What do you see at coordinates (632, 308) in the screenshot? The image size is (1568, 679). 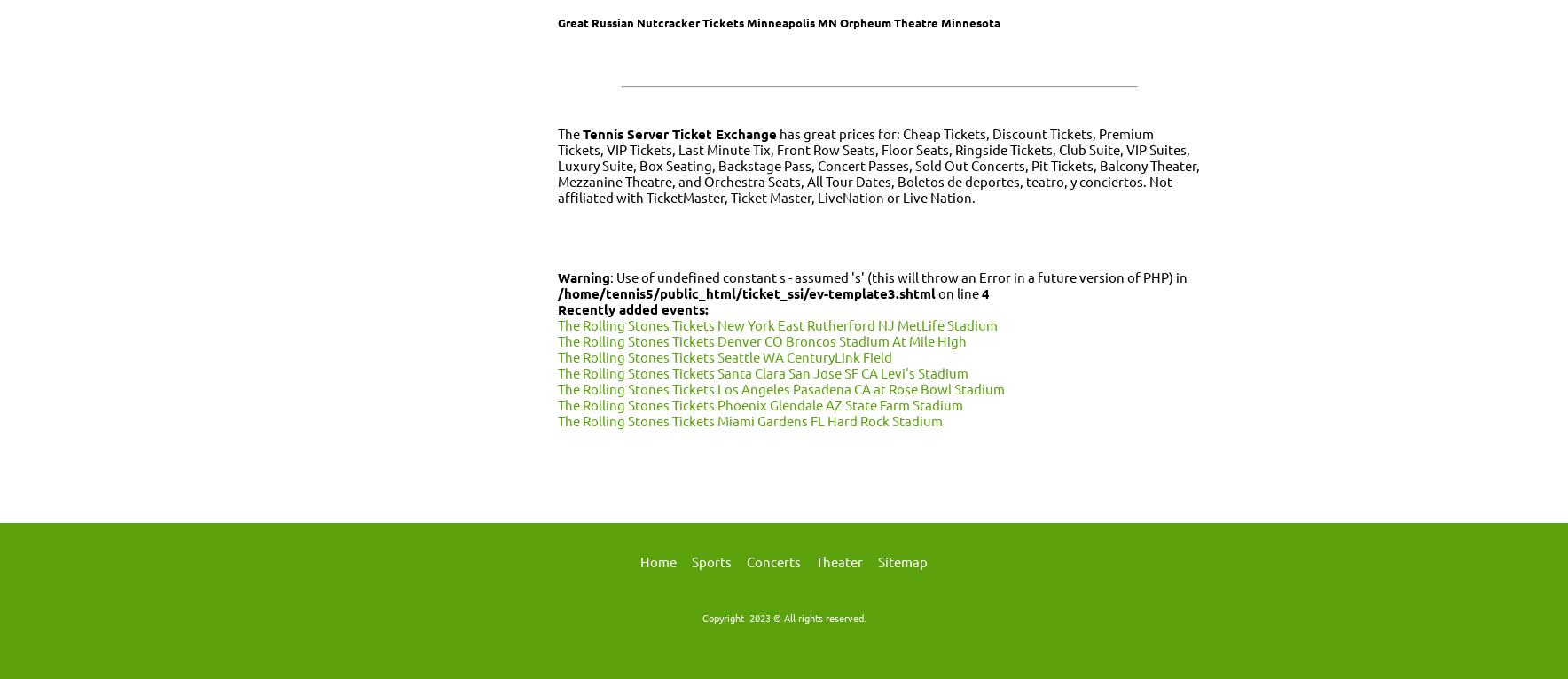 I see `'Recently added events:'` at bounding box center [632, 308].